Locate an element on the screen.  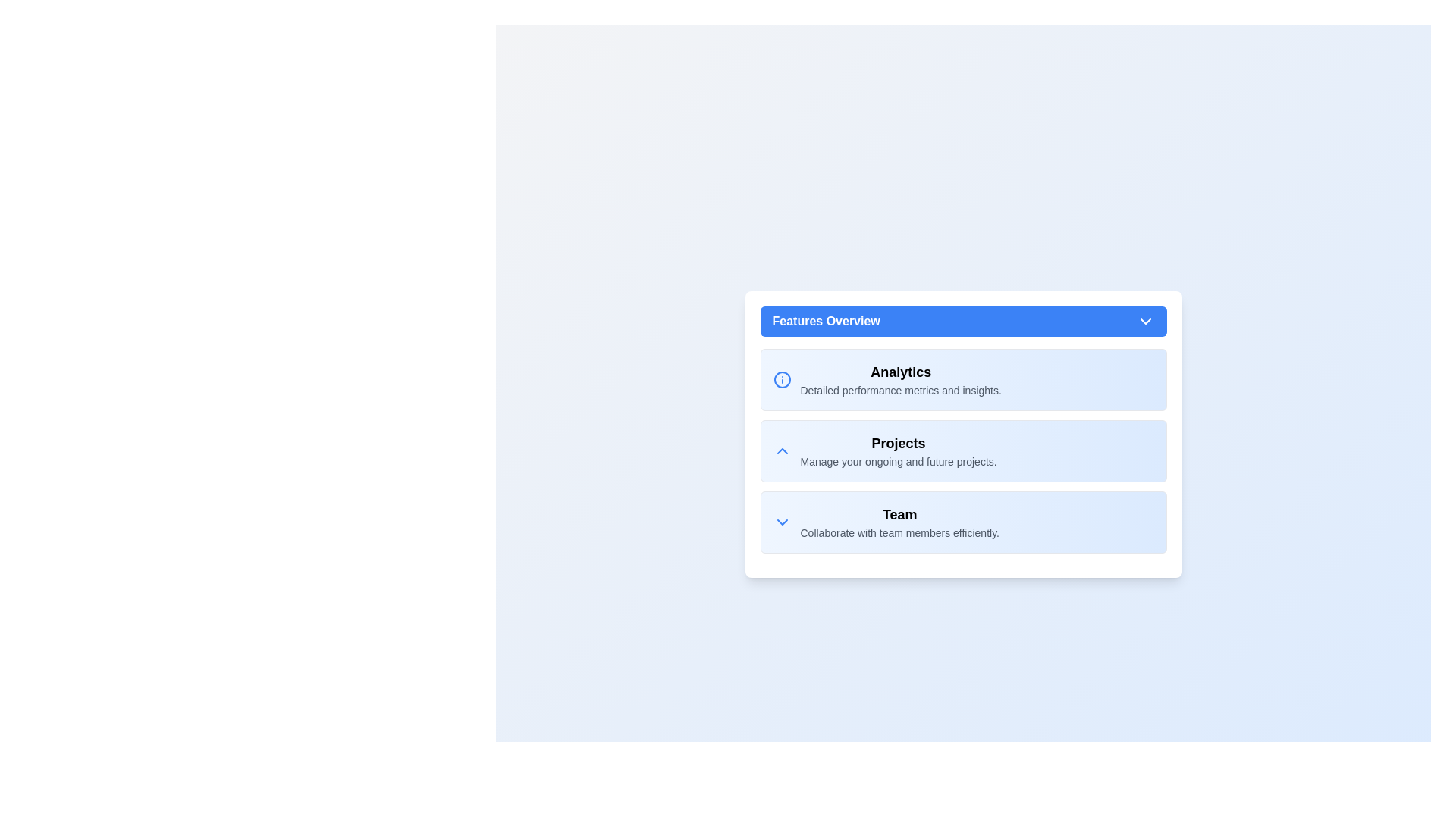
the gray text label that reads 'Collaborate with team members efficiently.' located under the bolded title 'Team' in the dropdown menu of options is located at coordinates (899, 532).